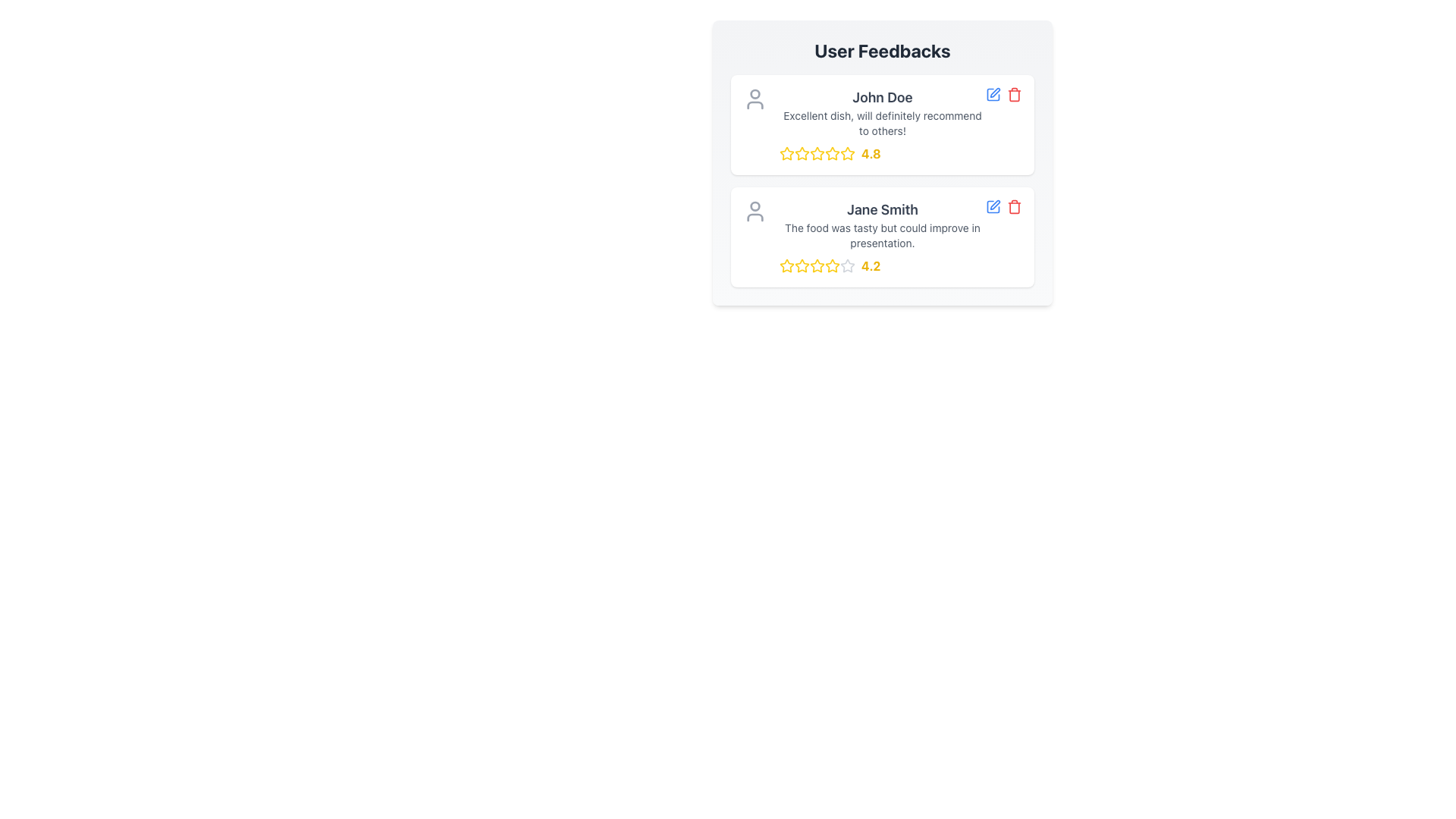 This screenshot has height=819, width=1456. I want to click on the small square-shaped vector graphic icon with rounded corners located next to 'Jane Smith's feedback in the feedback section, so click(993, 94).